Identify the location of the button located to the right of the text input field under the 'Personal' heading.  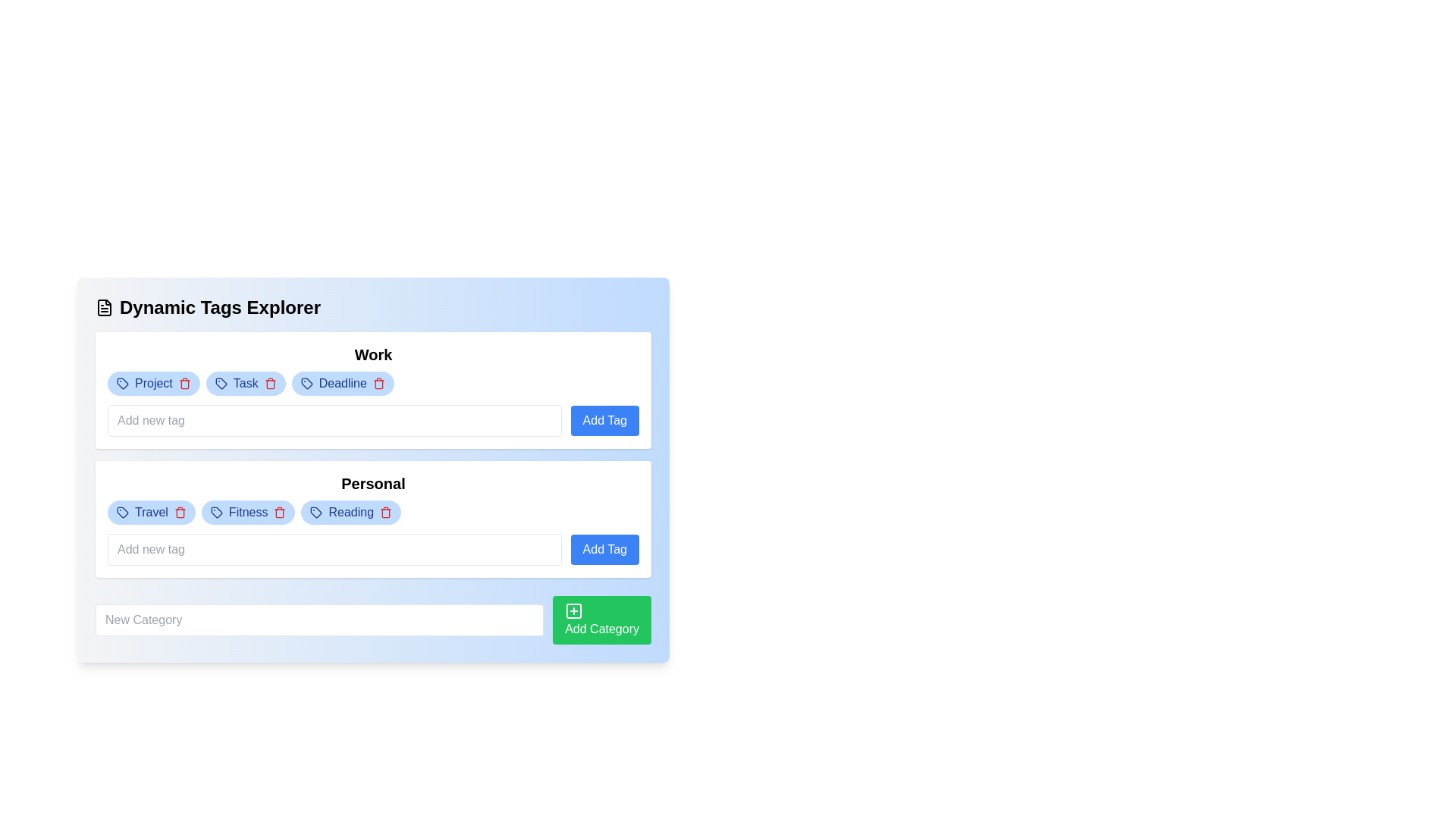
(604, 550).